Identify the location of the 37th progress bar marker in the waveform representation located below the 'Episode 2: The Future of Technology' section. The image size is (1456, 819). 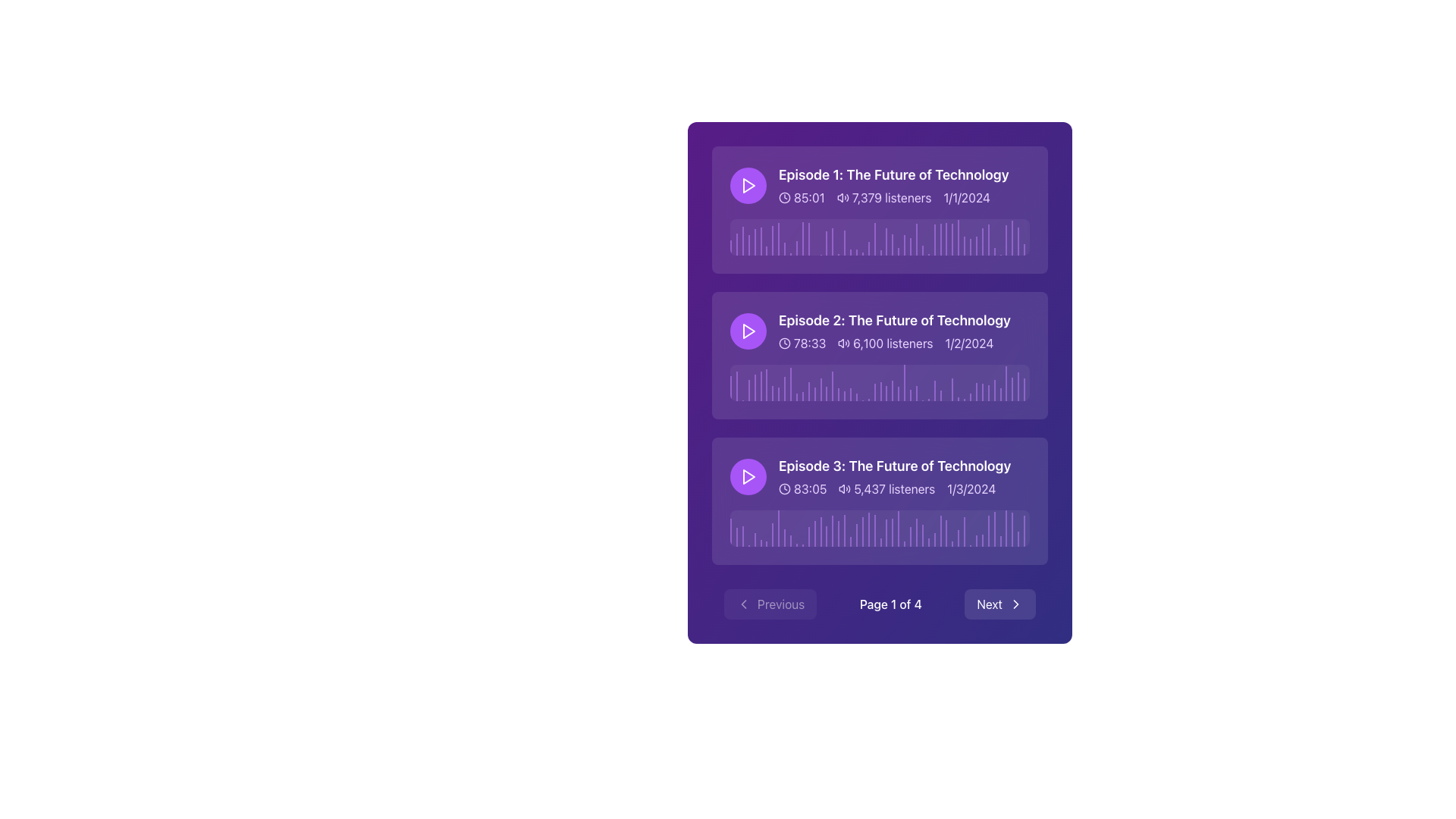
(952, 388).